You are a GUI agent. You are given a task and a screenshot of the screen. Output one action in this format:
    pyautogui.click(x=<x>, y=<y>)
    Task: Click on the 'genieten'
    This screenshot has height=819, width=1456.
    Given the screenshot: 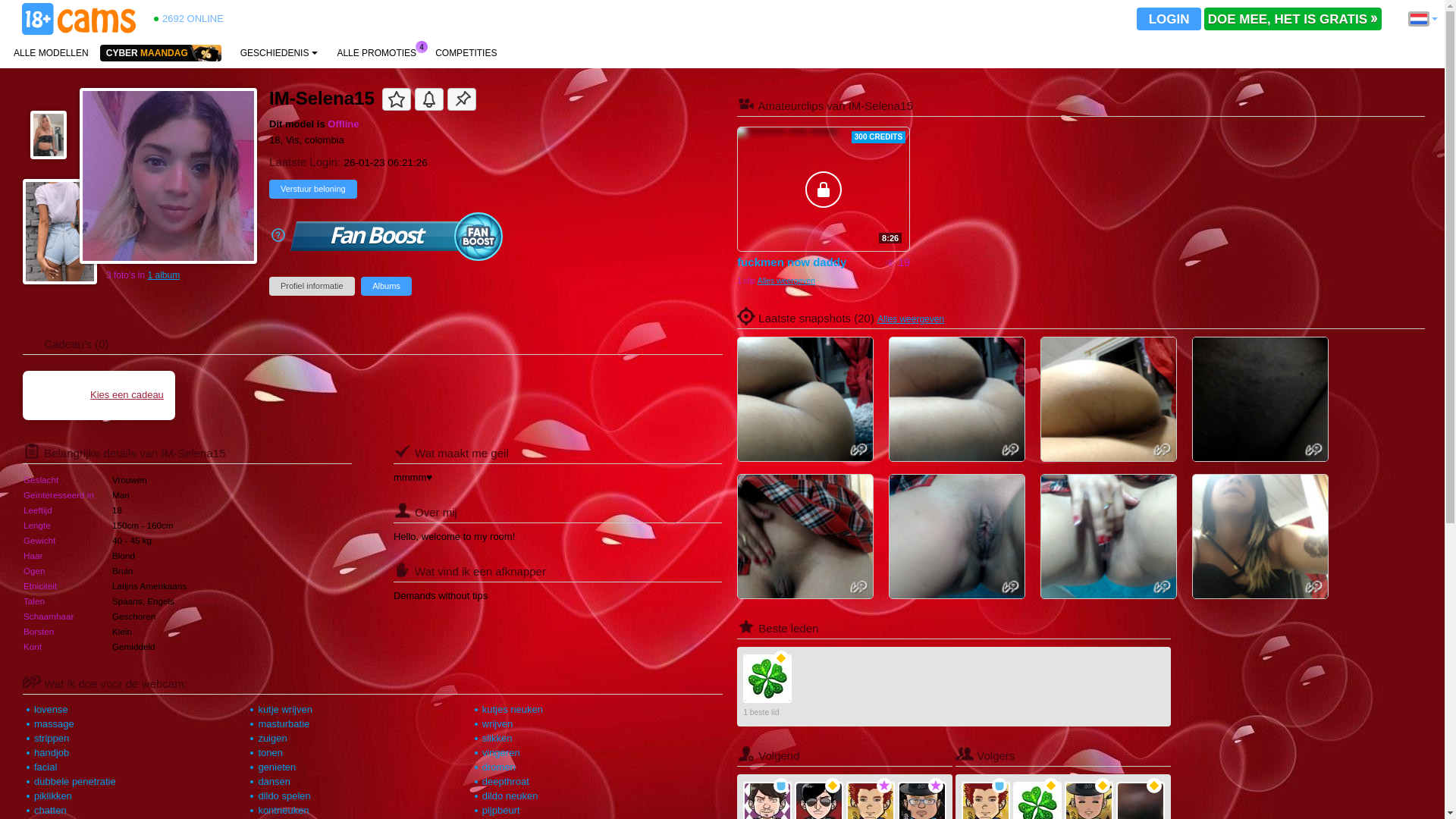 What is the action you would take?
    pyautogui.click(x=276, y=767)
    